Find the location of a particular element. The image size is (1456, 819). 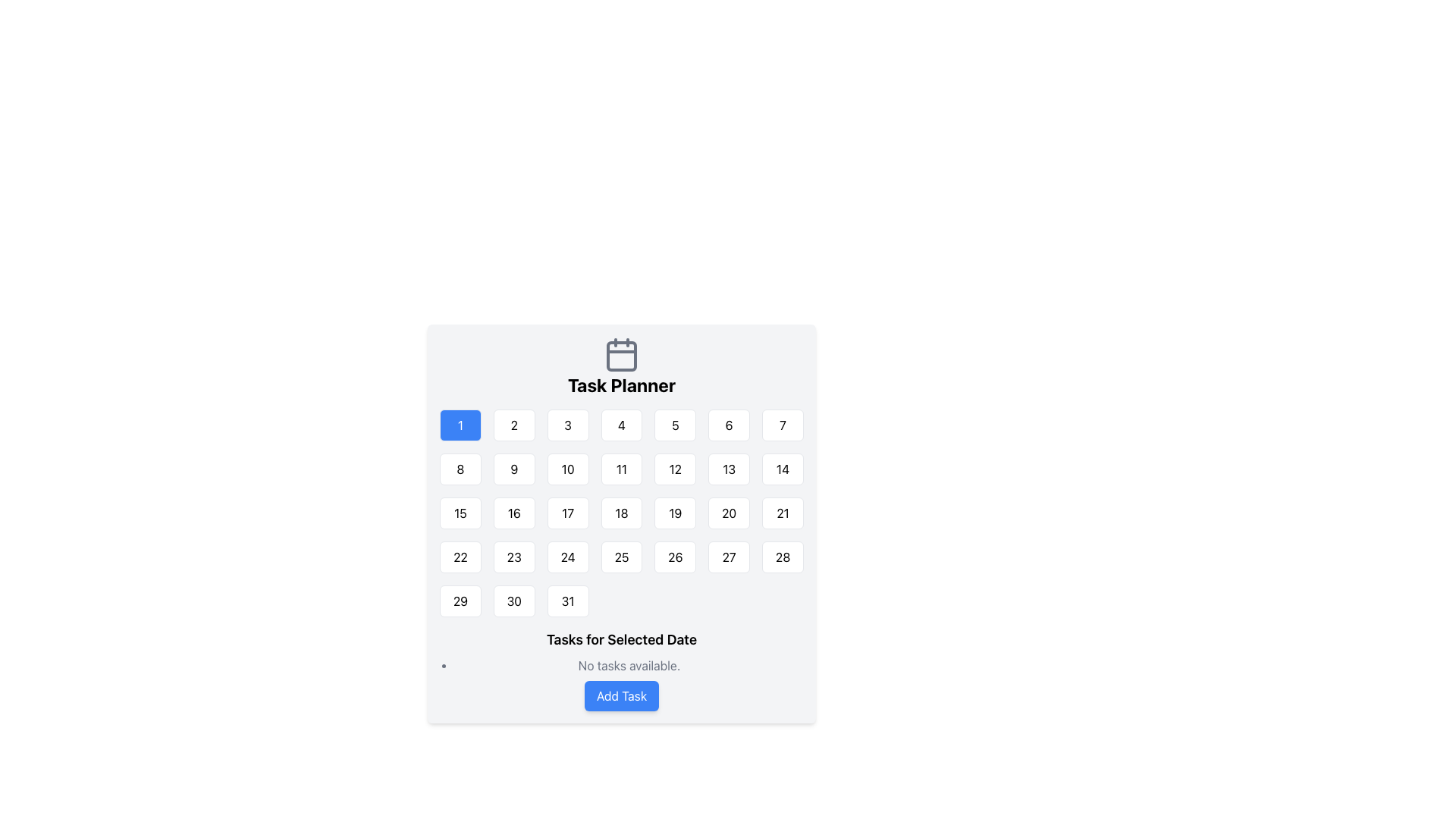

the square button with rounded corners displaying '27' in black text on a white background, located in the fourth row and sixth column of the Task Planner calendar interface is located at coordinates (729, 557).